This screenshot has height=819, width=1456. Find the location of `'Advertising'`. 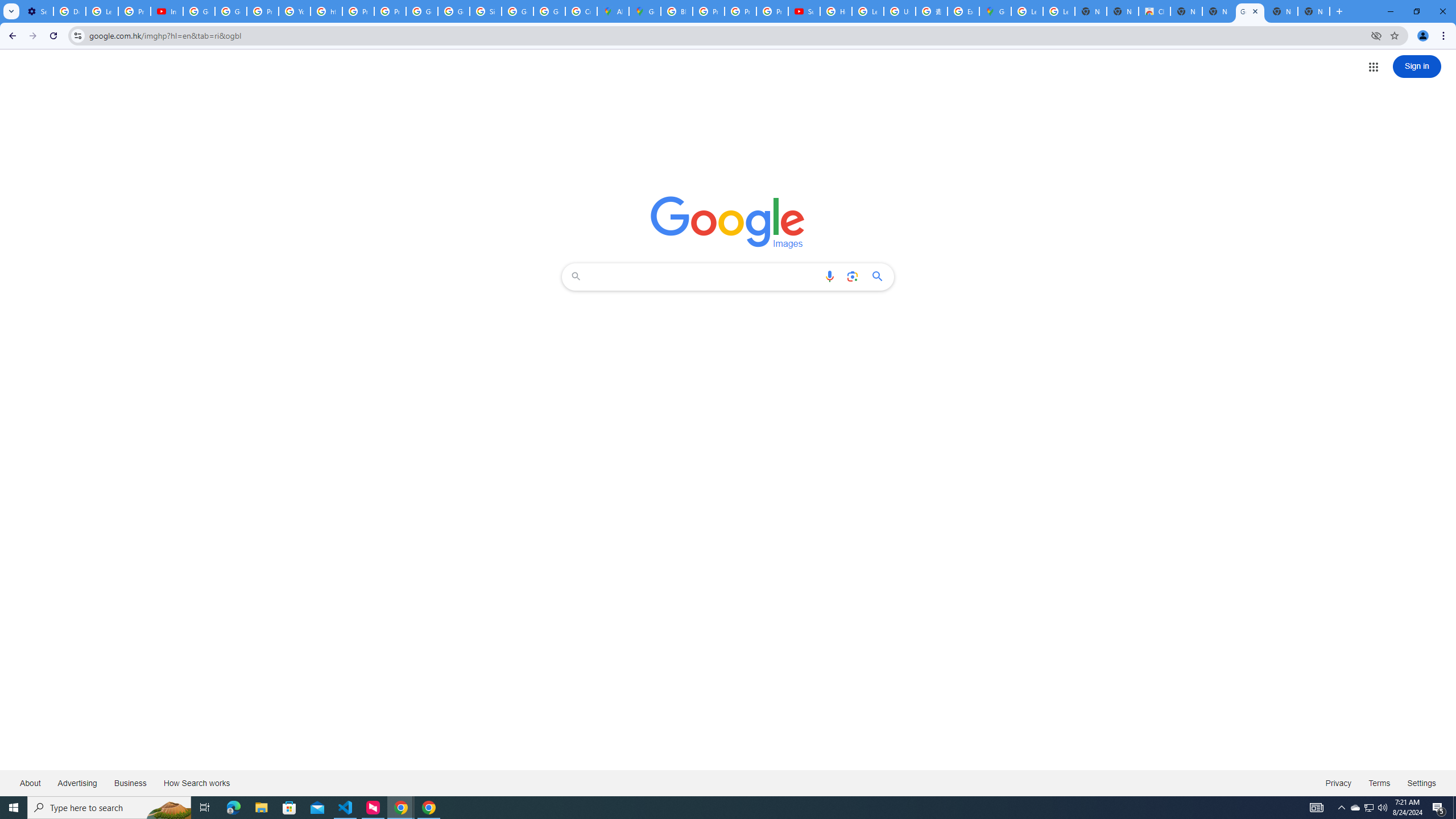

'Advertising' is located at coordinates (77, 782).